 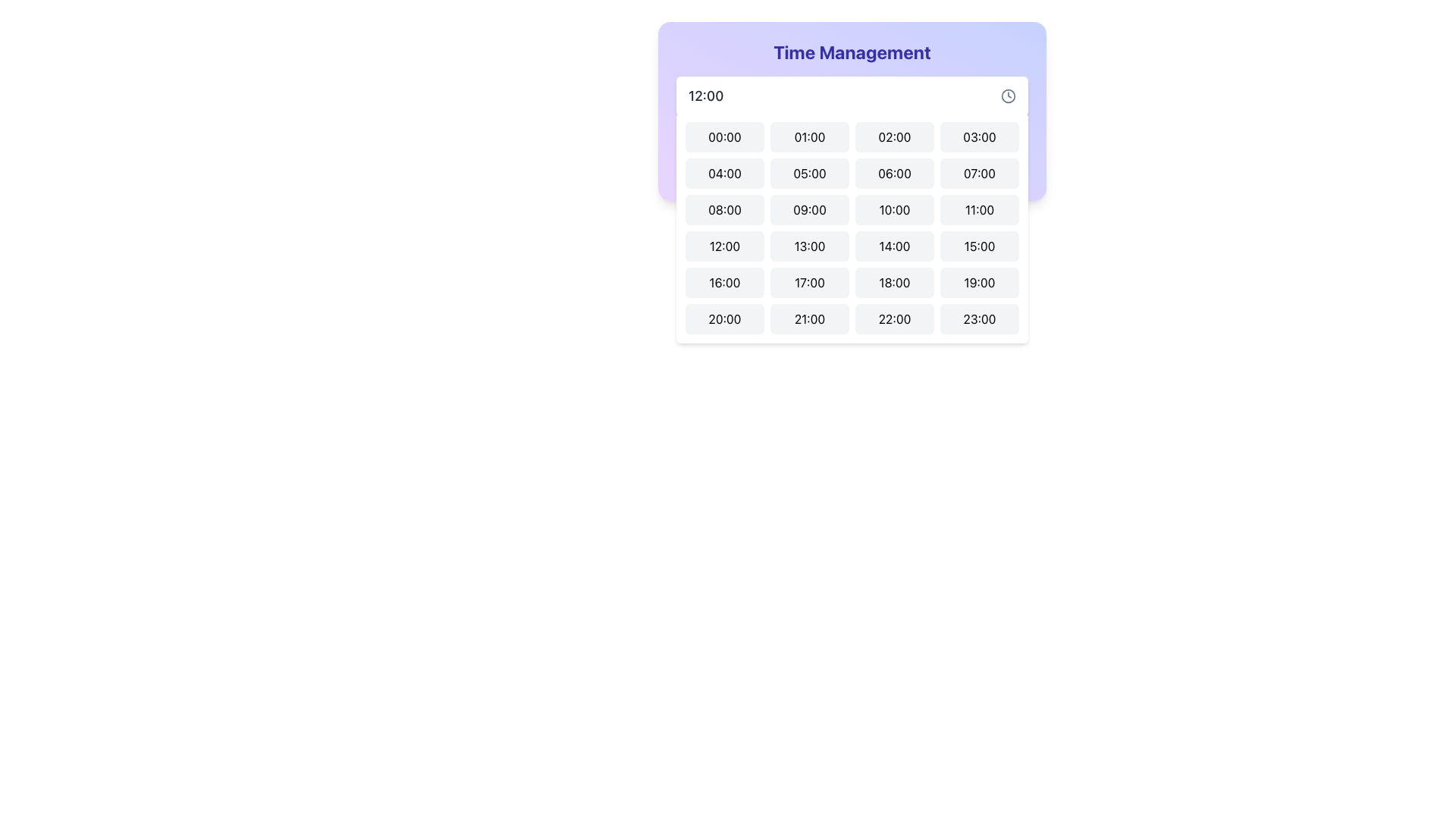 I want to click on the button labeled '22:00' in the time picker interface, so click(x=895, y=318).